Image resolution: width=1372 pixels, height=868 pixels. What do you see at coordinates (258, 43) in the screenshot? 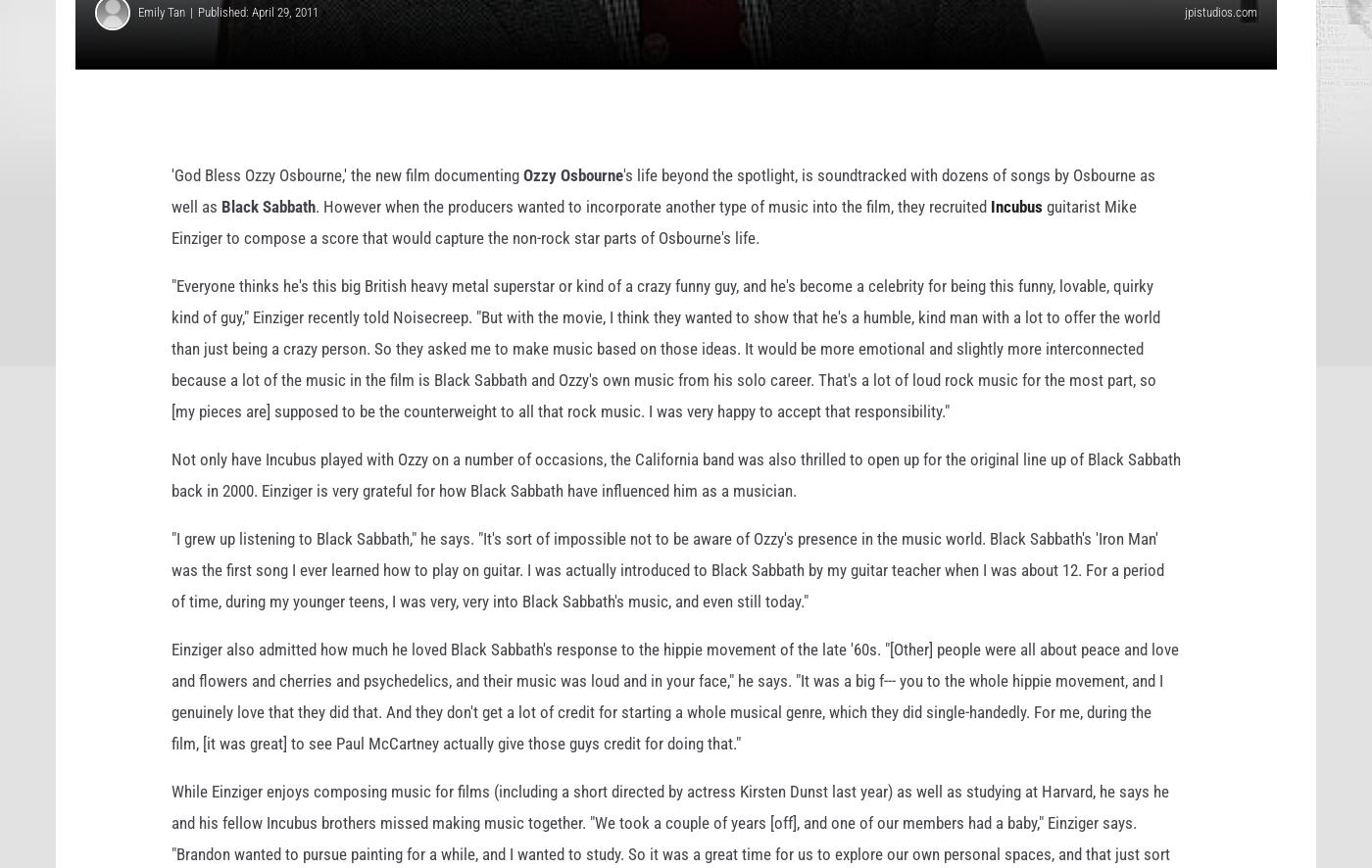
I see `'Published: April 29, 2011'` at bounding box center [258, 43].